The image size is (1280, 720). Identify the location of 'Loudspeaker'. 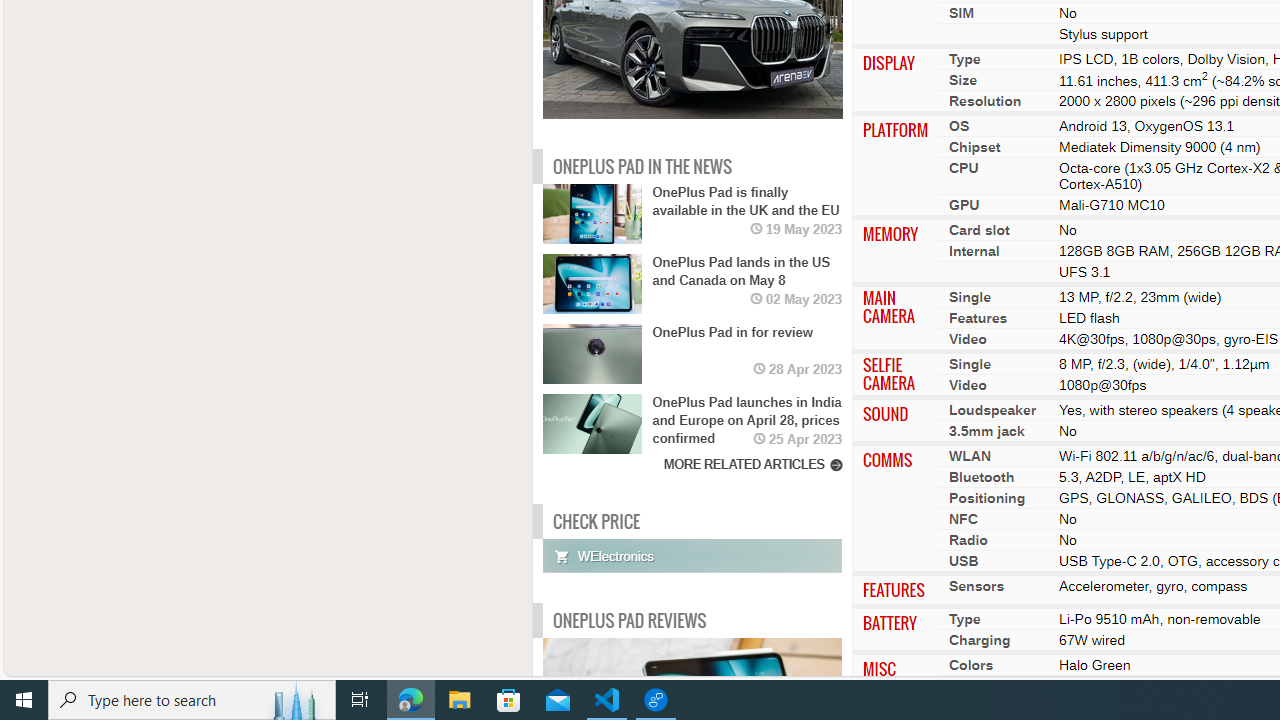
(992, 409).